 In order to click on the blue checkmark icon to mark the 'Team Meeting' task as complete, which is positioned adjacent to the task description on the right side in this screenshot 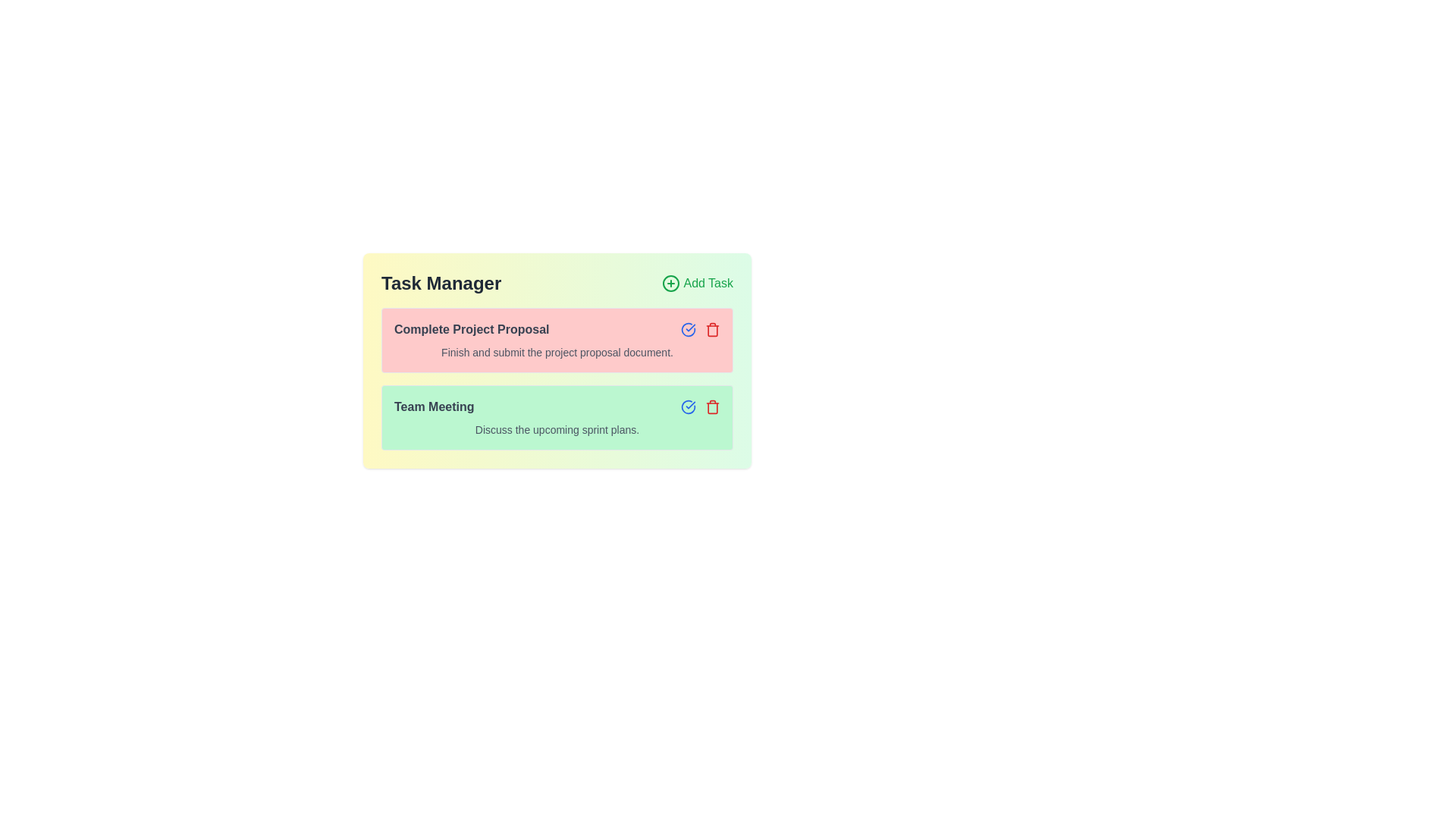, I will do `click(700, 406)`.